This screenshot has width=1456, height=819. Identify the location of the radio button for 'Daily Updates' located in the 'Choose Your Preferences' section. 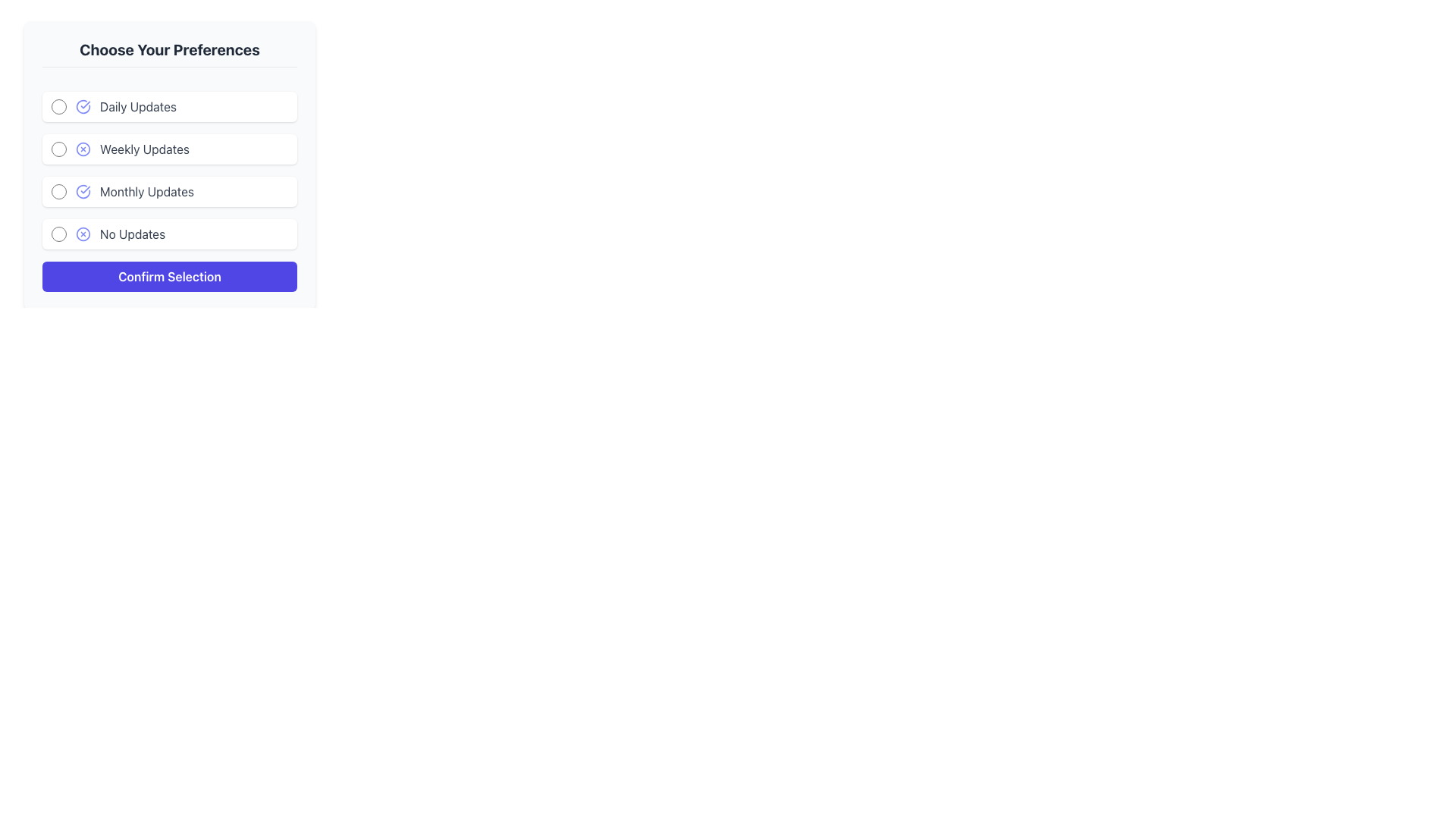
(170, 106).